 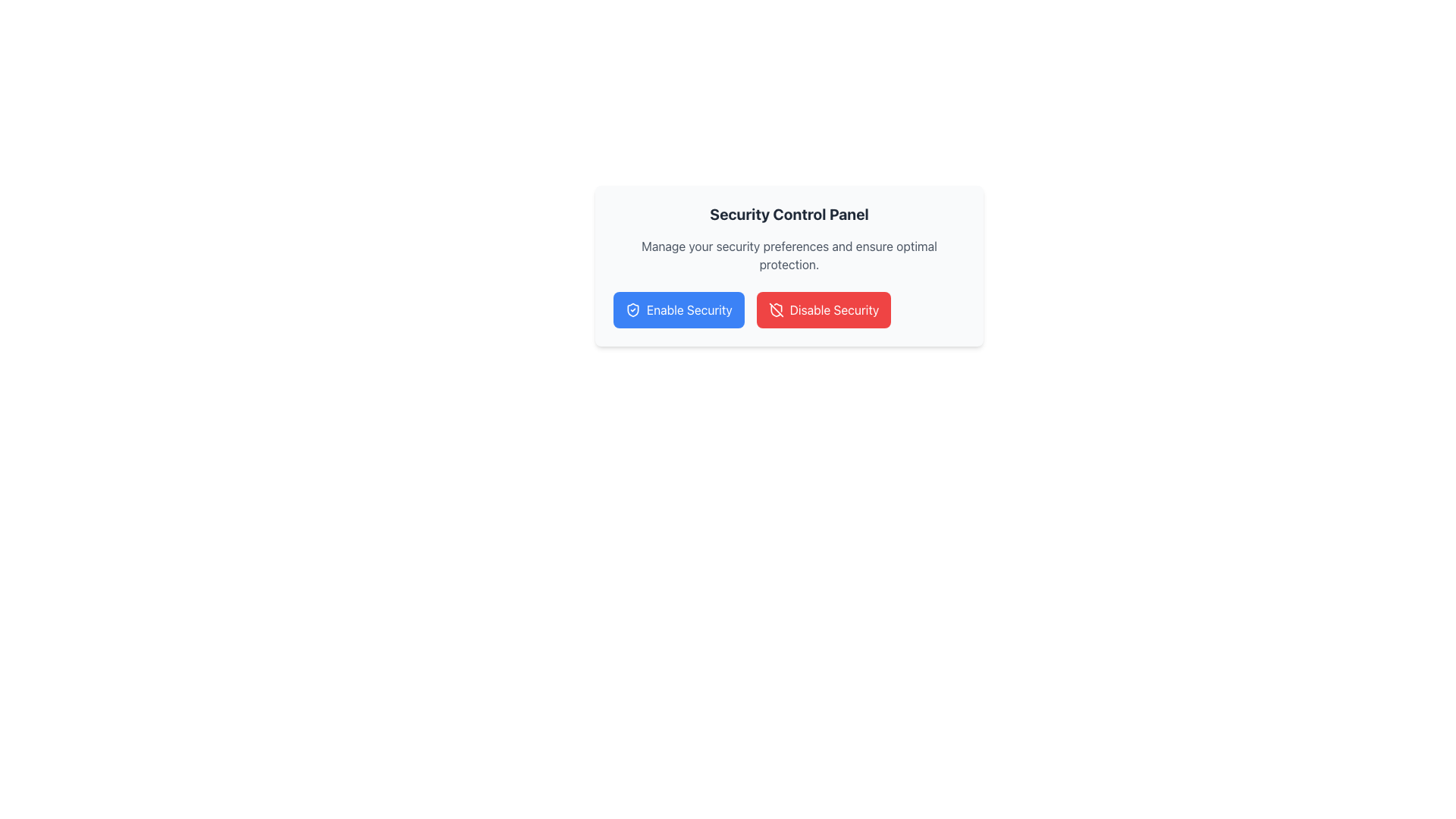 I want to click on the security enablement icon located to the left of the 'Enable Security' button, so click(x=633, y=309).